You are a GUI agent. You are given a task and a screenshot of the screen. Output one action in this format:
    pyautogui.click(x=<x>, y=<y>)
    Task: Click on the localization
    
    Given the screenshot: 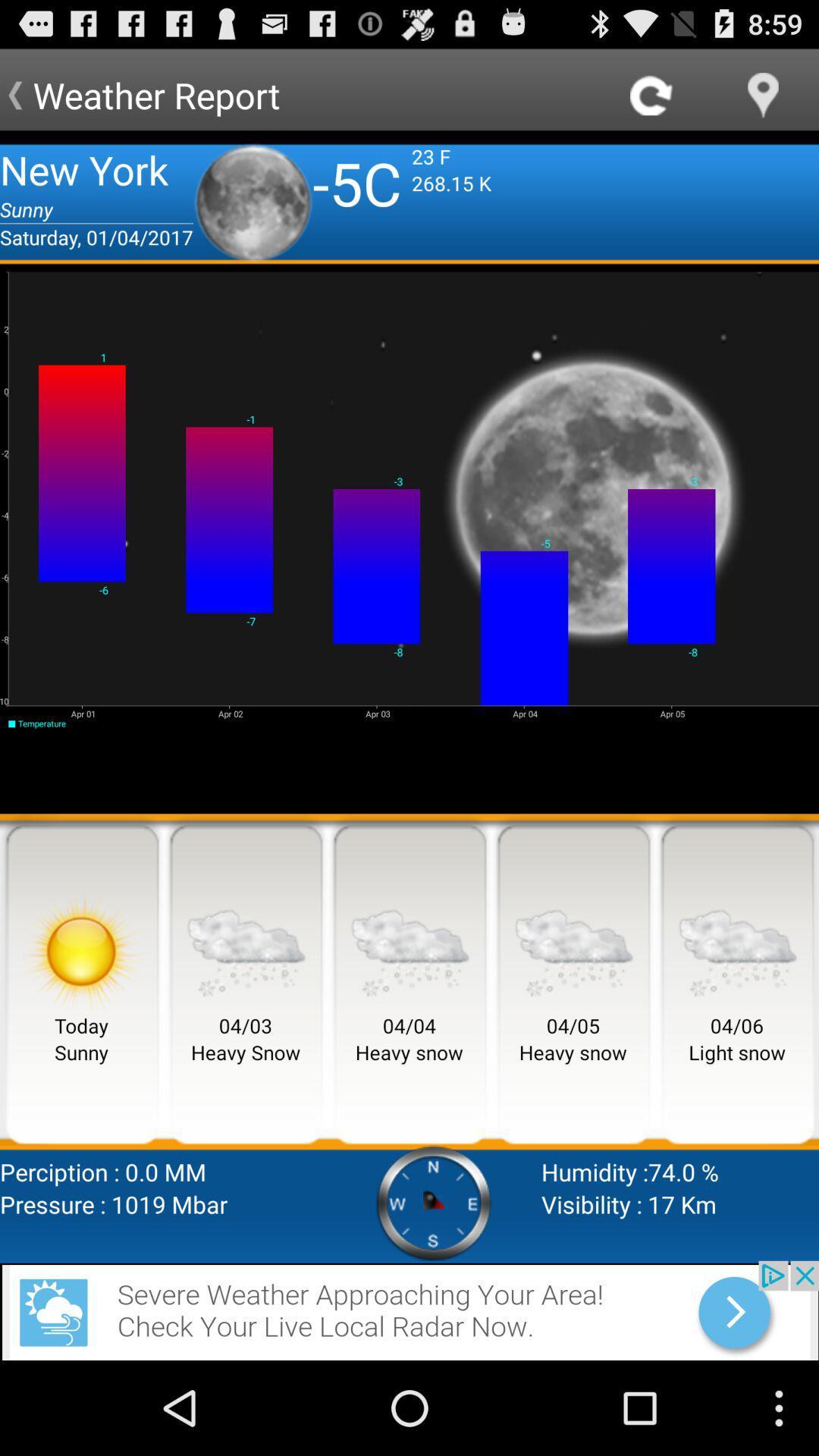 What is the action you would take?
    pyautogui.click(x=763, y=94)
    